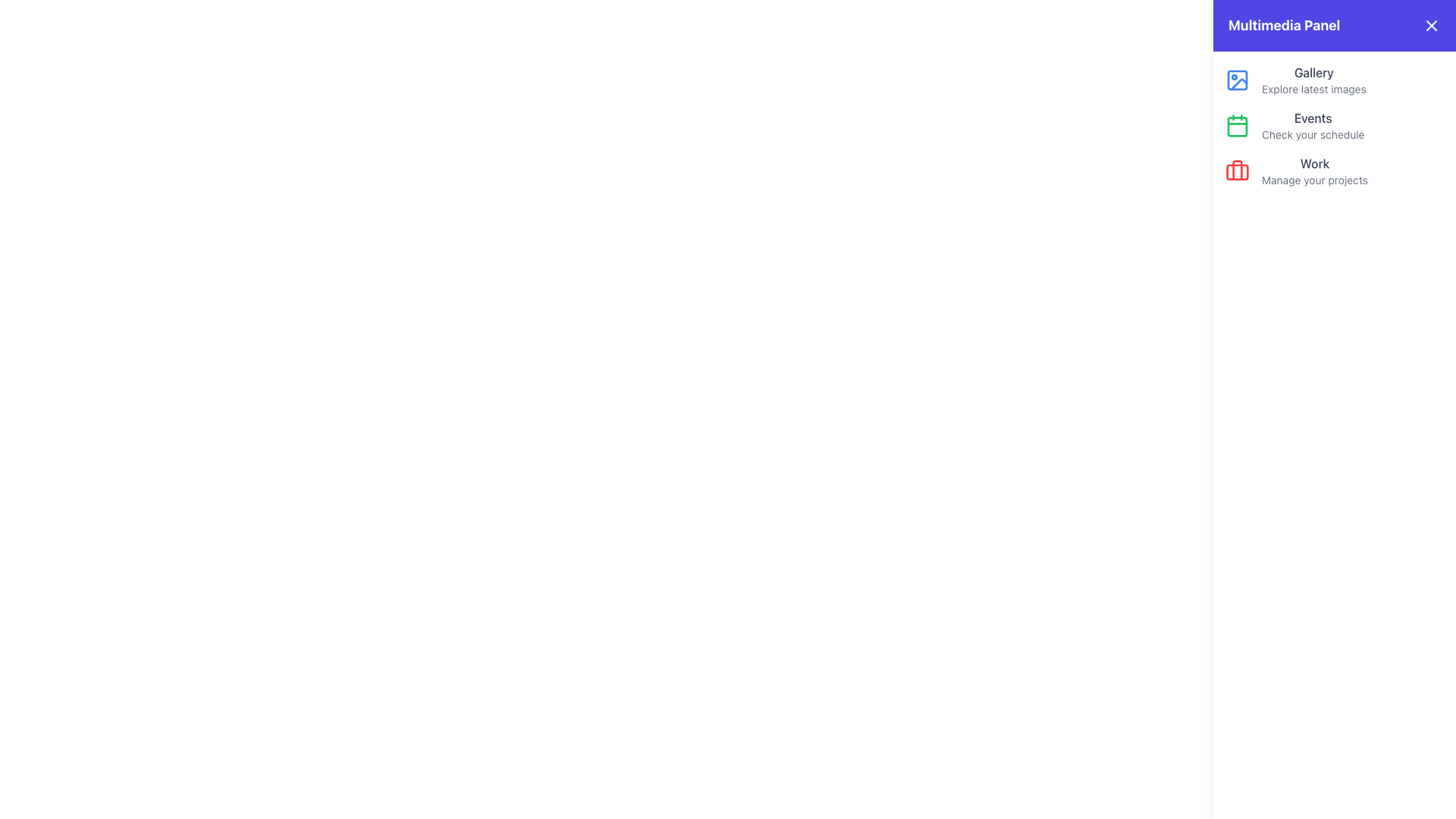 The width and height of the screenshot is (1456, 819). I want to click on the red briefcase icon located in the Multimedia Panel, which is the third item in the list, positioned above the labels 'Work' and 'Manage your projects.', so click(1238, 171).